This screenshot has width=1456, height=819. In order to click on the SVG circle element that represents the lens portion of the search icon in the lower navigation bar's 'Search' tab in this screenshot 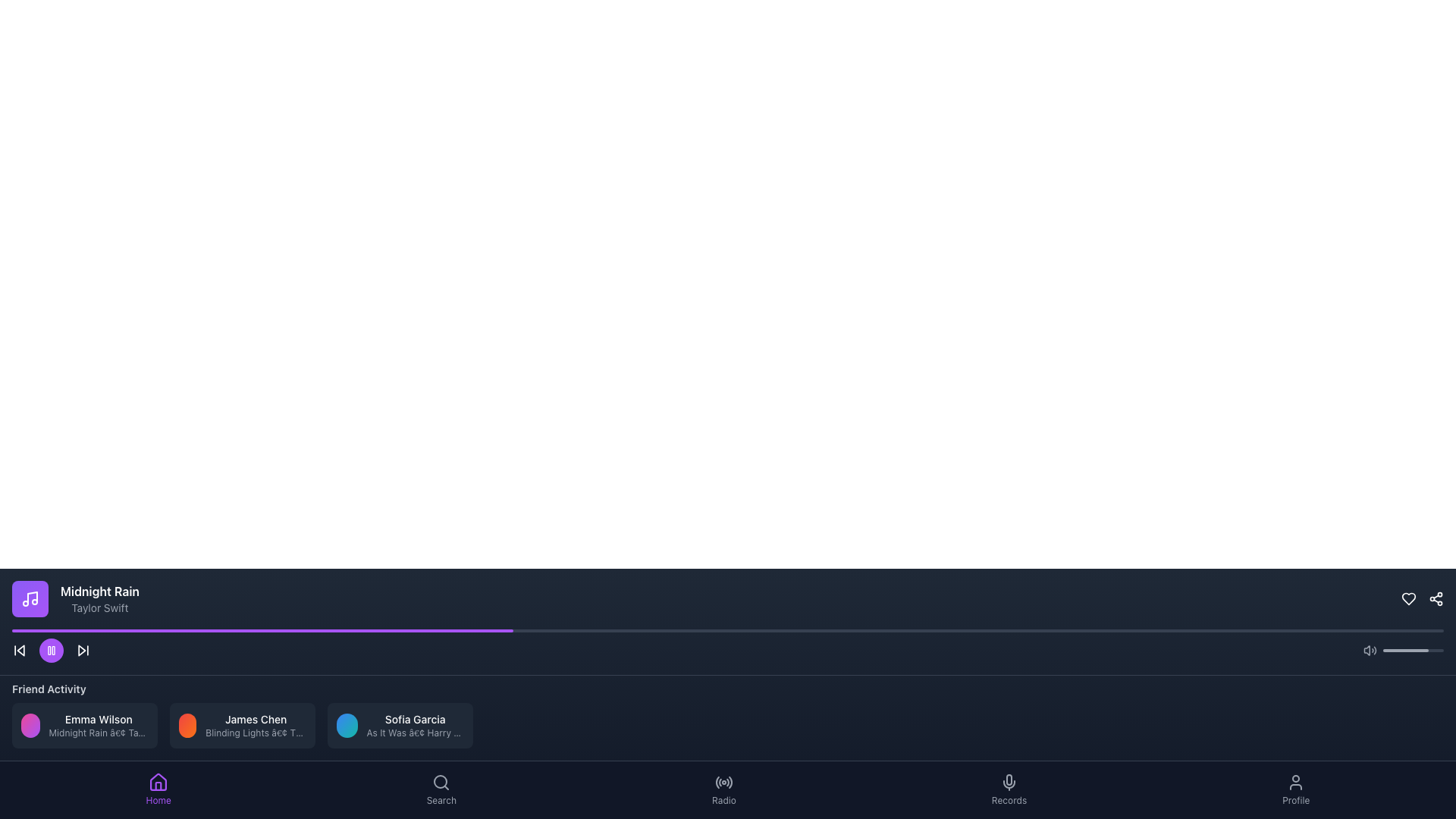, I will do `click(440, 781)`.